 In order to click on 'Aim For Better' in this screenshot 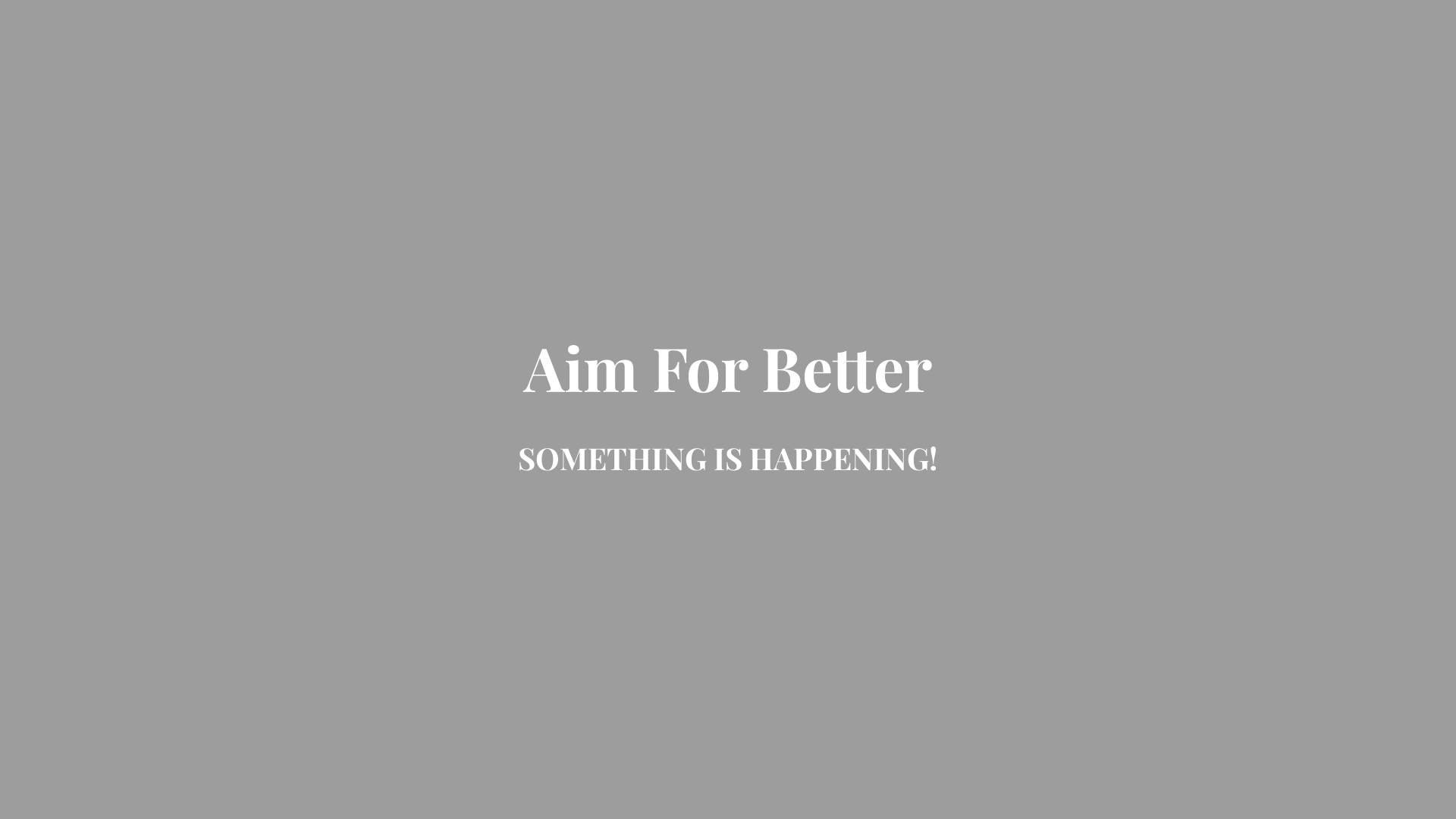, I will do `click(728, 380)`.